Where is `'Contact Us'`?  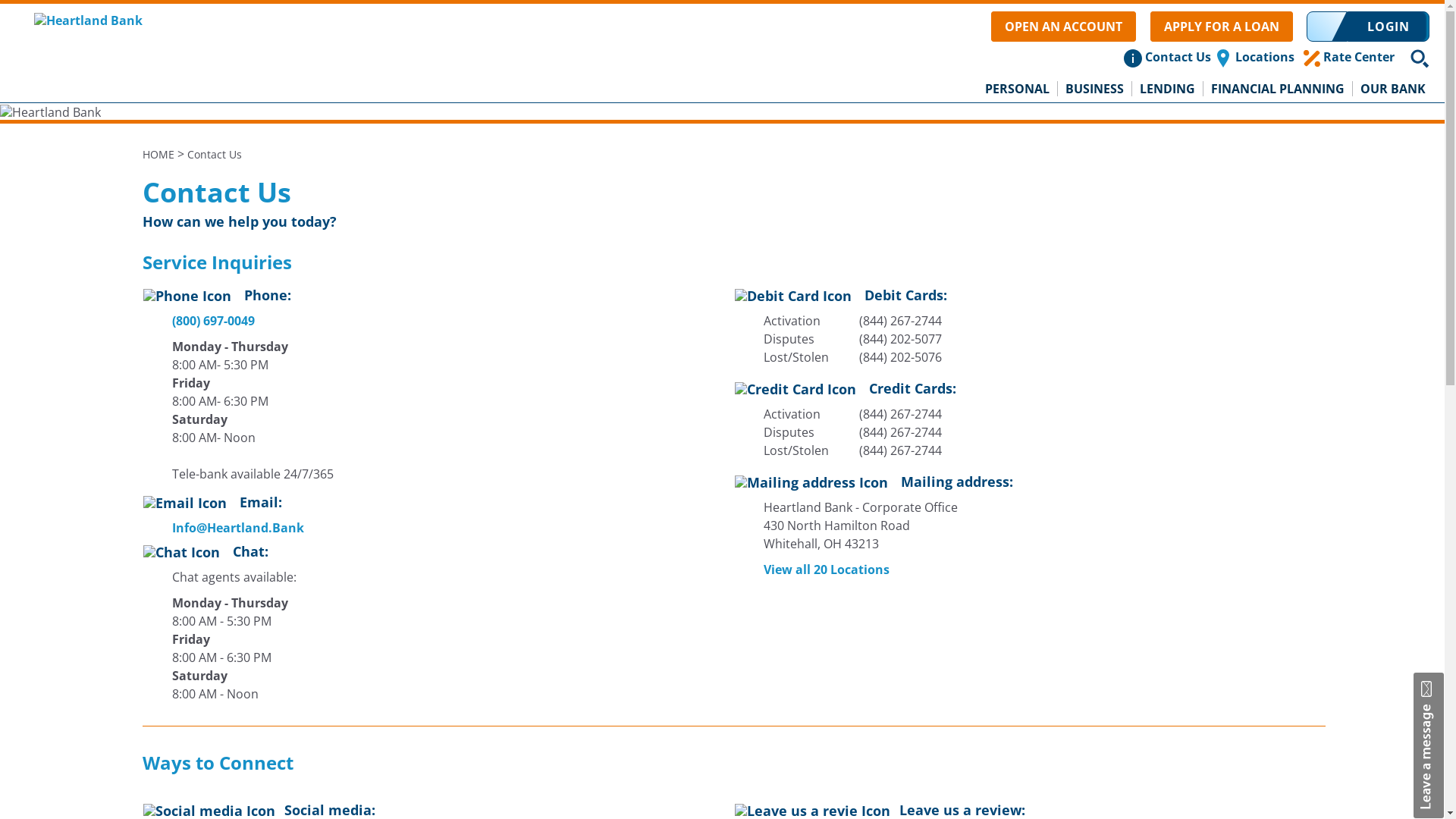
'Contact Us' is located at coordinates (213, 154).